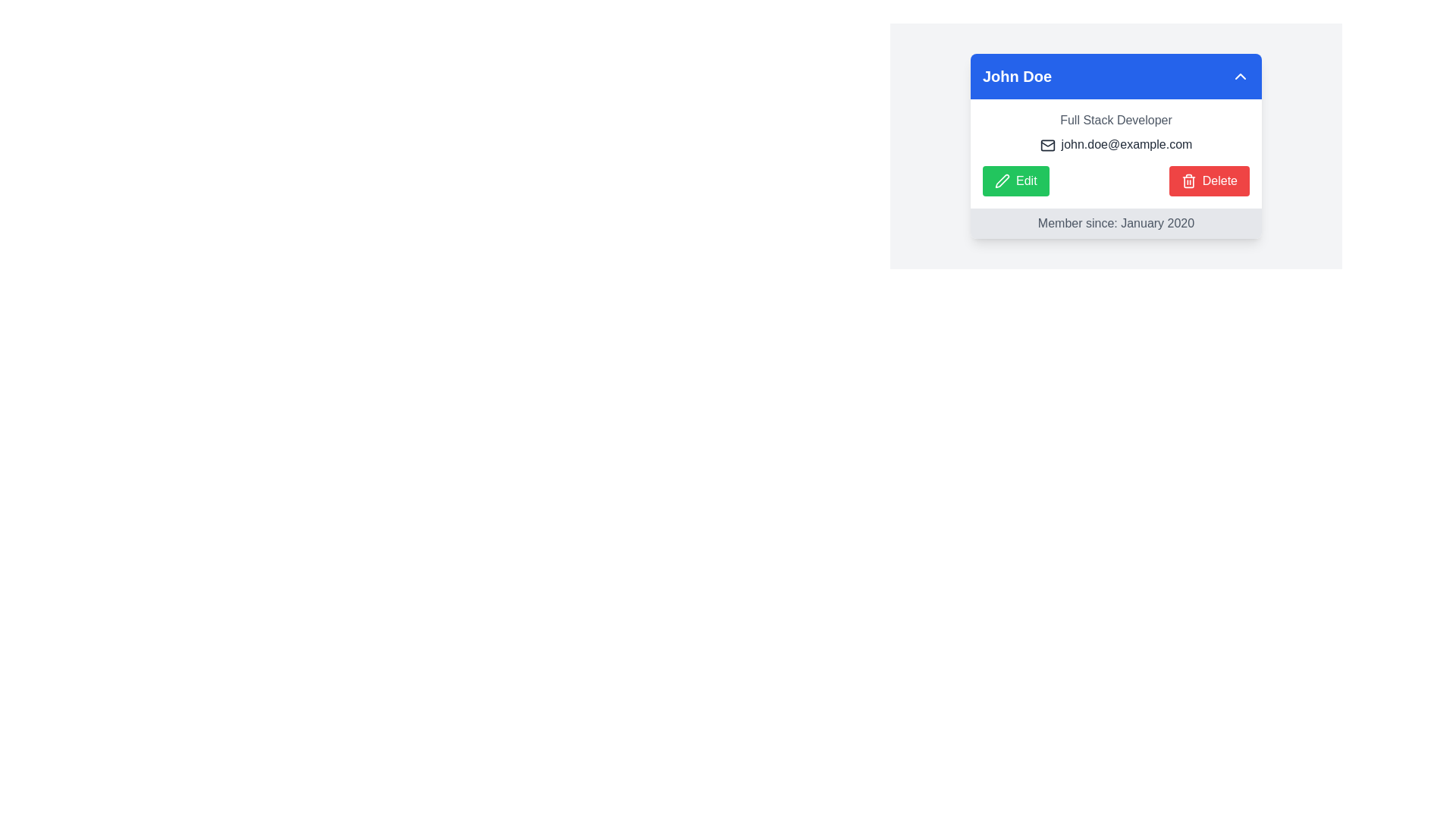 Image resolution: width=1456 pixels, height=819 pixels. I want to click on the uppermost background component of the envelope icon located next to the email link in the user profile card, so click(1046, 145).